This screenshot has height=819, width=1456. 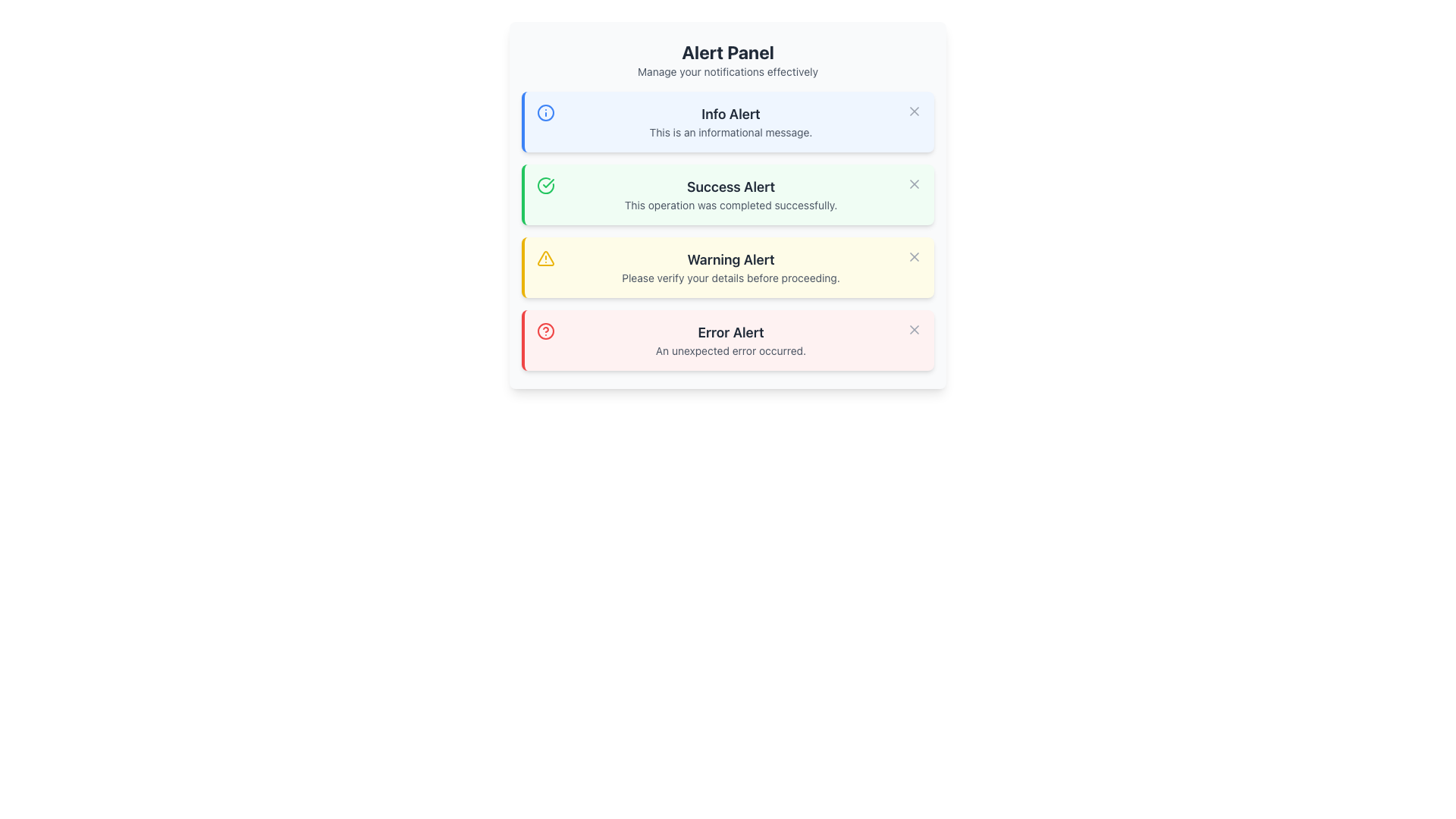 What do you see at coordinates (731, 278) in the screenshot?
I see `message displayed in the Text Label located within the 'Warning Alert' component of the Alert Panel, positioned below the header 'Warning Alert'` at bounding box center [731, 278].